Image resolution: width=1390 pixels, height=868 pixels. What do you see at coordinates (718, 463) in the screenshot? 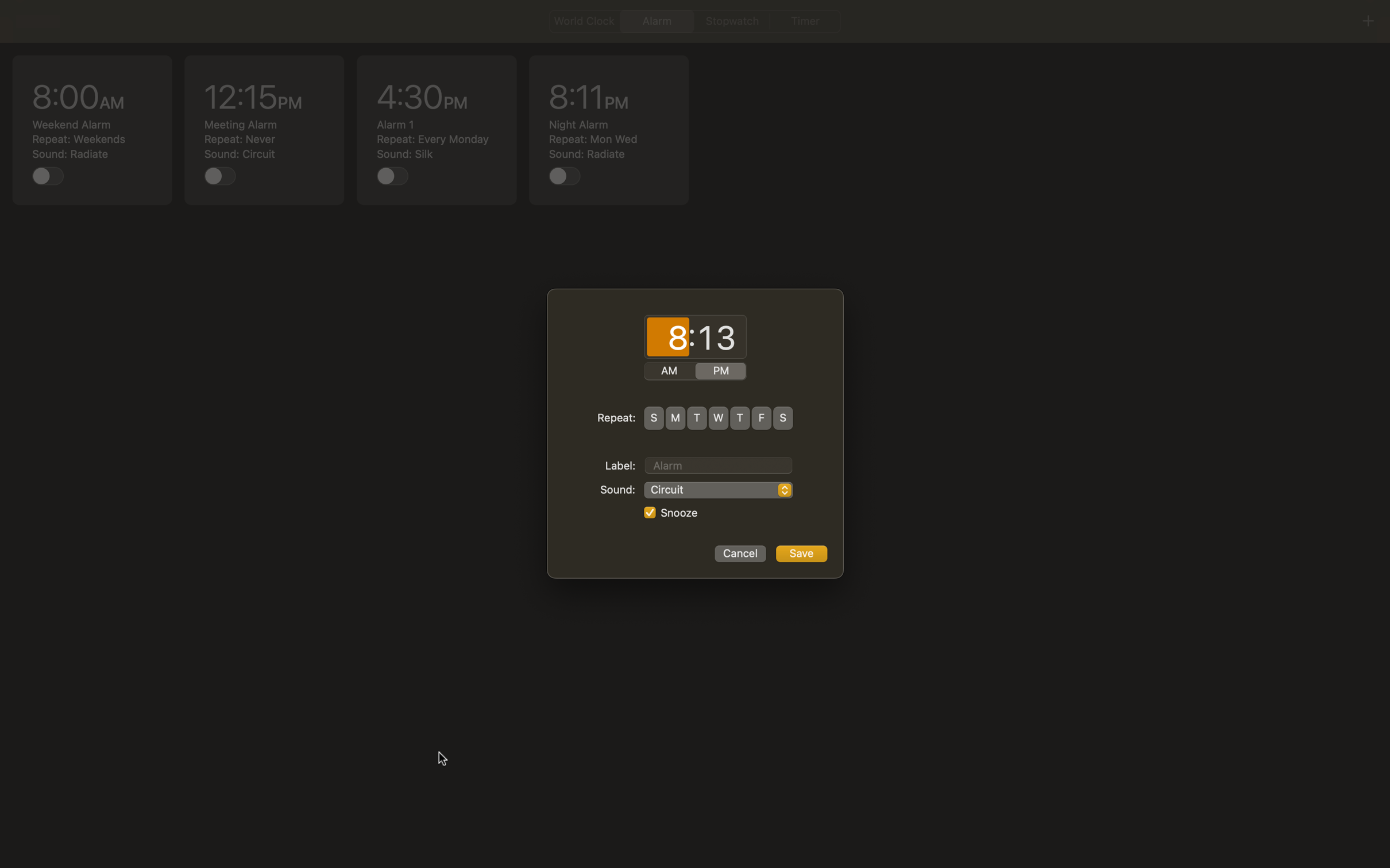
I see `Label the alarm as "Lazy Day` at bounding box center [718, 463].